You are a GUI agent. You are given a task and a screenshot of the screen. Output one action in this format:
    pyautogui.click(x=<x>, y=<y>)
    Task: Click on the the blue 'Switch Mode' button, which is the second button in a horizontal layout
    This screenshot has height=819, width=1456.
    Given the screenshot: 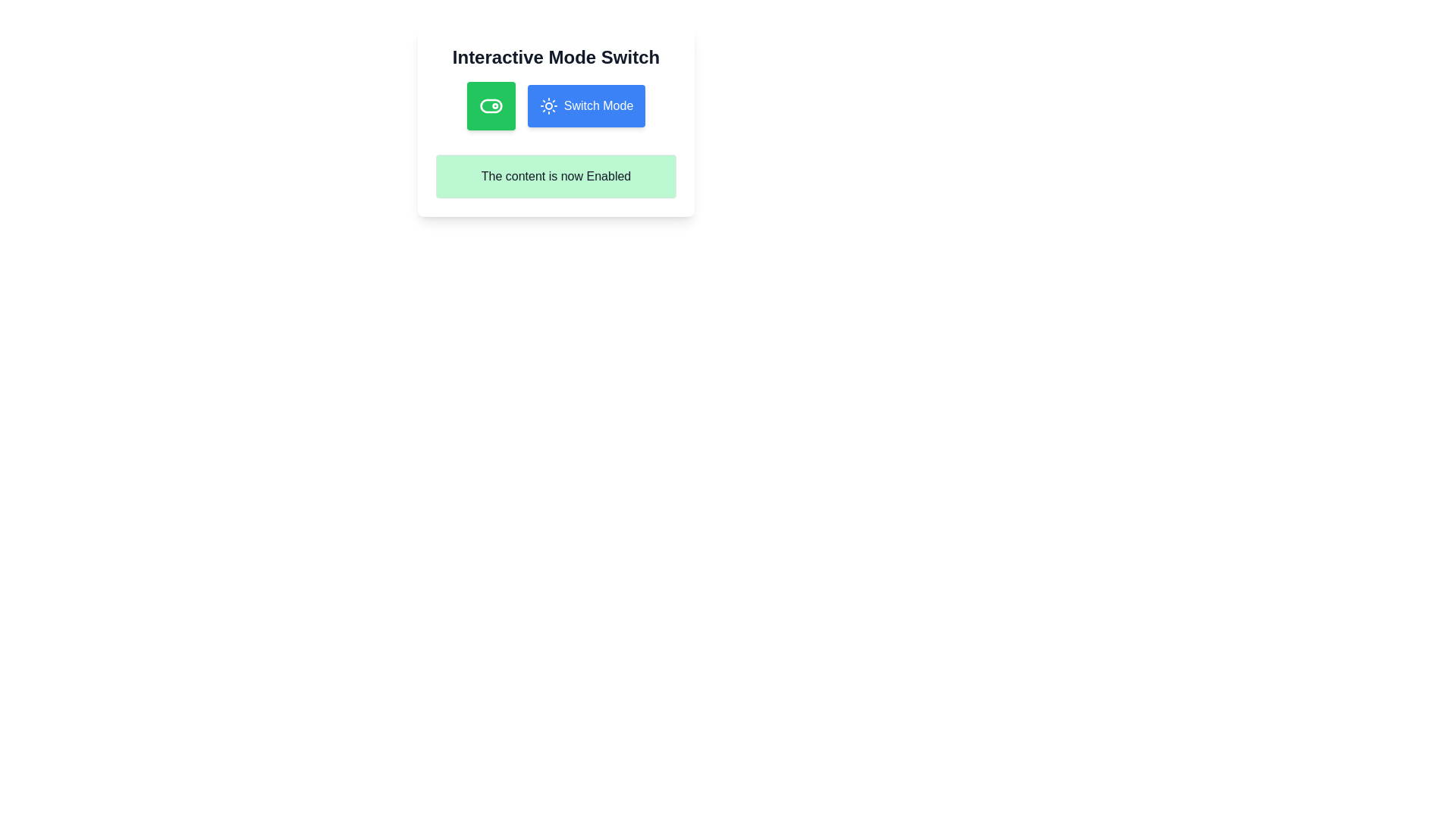 What is the action you would take?
    pyautogui.click(x=555, y=121)
    